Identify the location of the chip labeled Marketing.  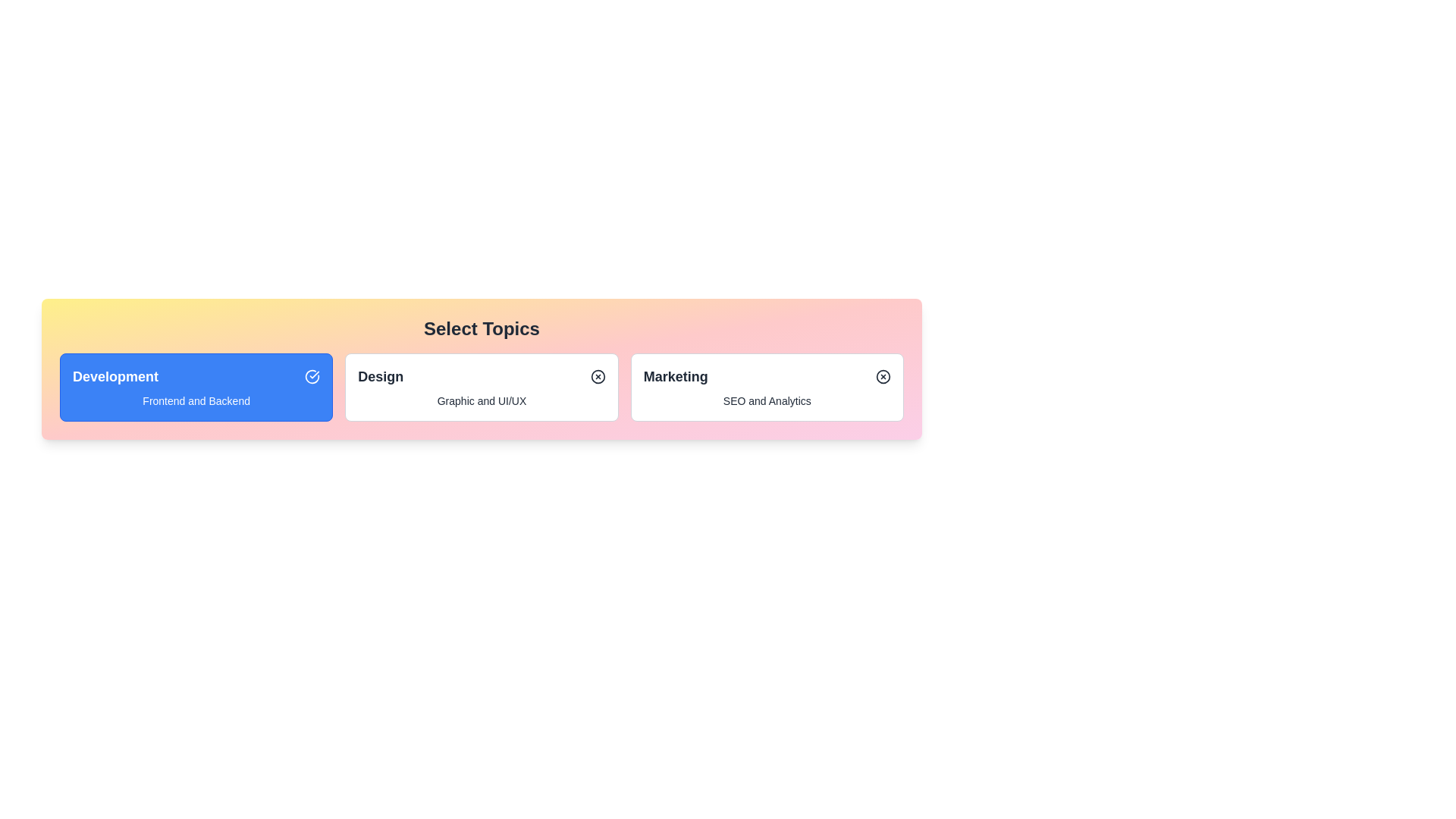
(767, 386).